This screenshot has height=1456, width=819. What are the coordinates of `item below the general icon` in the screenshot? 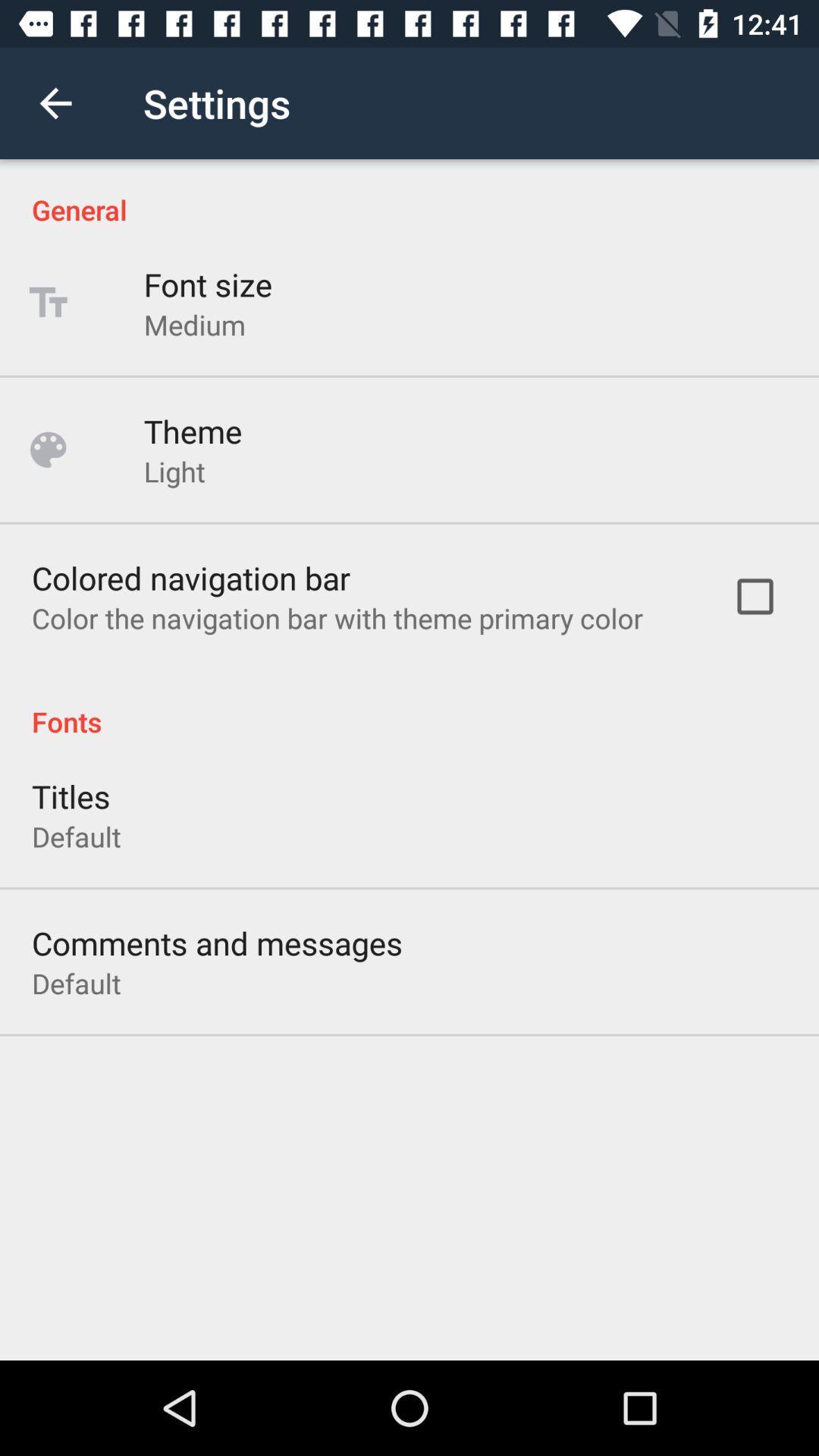 It's located at (208, 284).